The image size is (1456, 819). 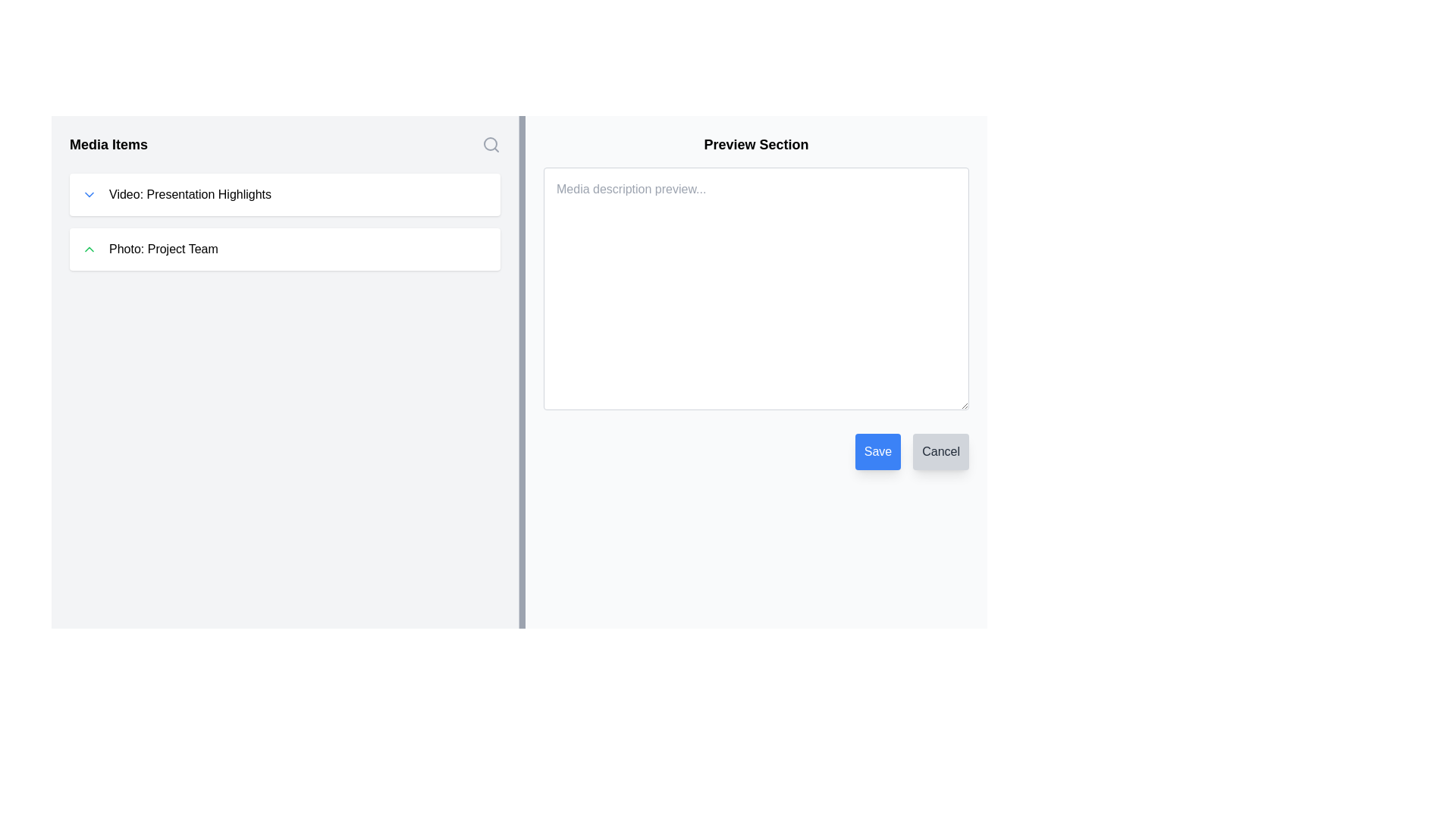 What do you see at coordinates (877, 451) in the screenshot?
I see `the confirmation button in the bottom-right area of the 'Preview Section'` at bounding box center [877, 451].